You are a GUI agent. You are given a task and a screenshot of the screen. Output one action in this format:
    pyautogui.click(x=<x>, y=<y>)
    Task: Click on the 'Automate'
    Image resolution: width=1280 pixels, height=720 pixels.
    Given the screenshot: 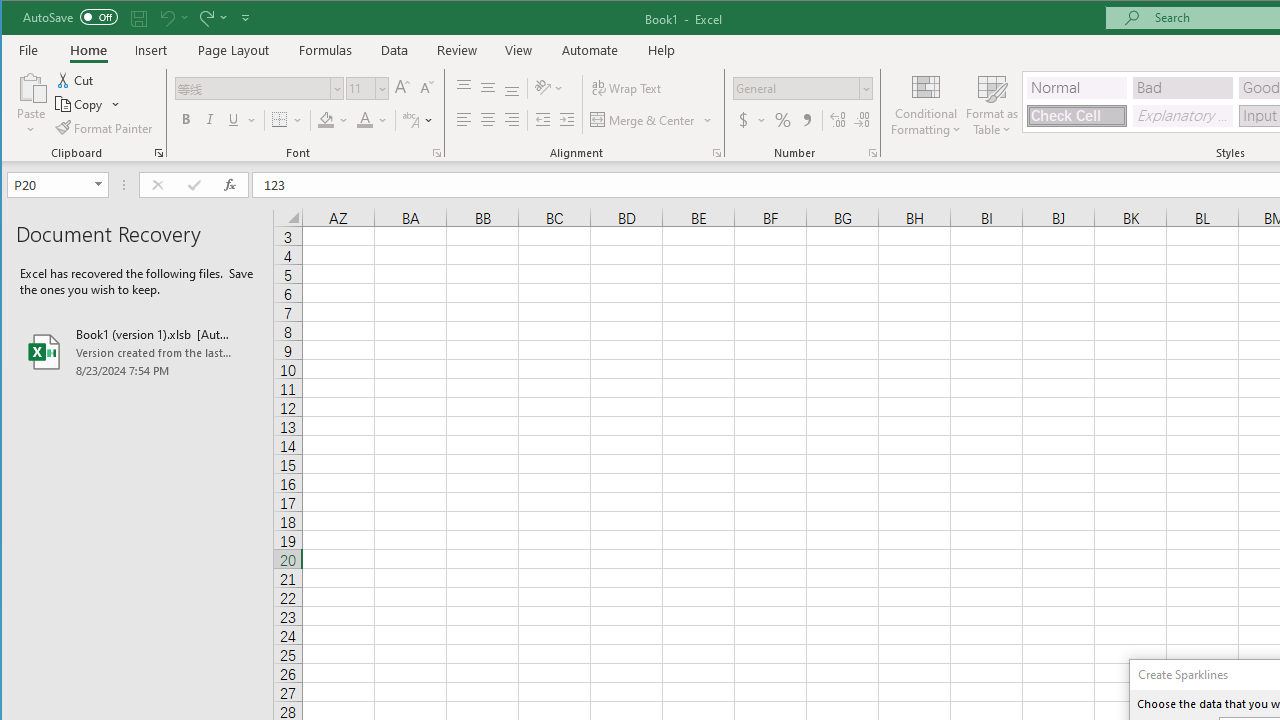 What is the action you would take?
    pyautogui.click(x=589, y=49)
    